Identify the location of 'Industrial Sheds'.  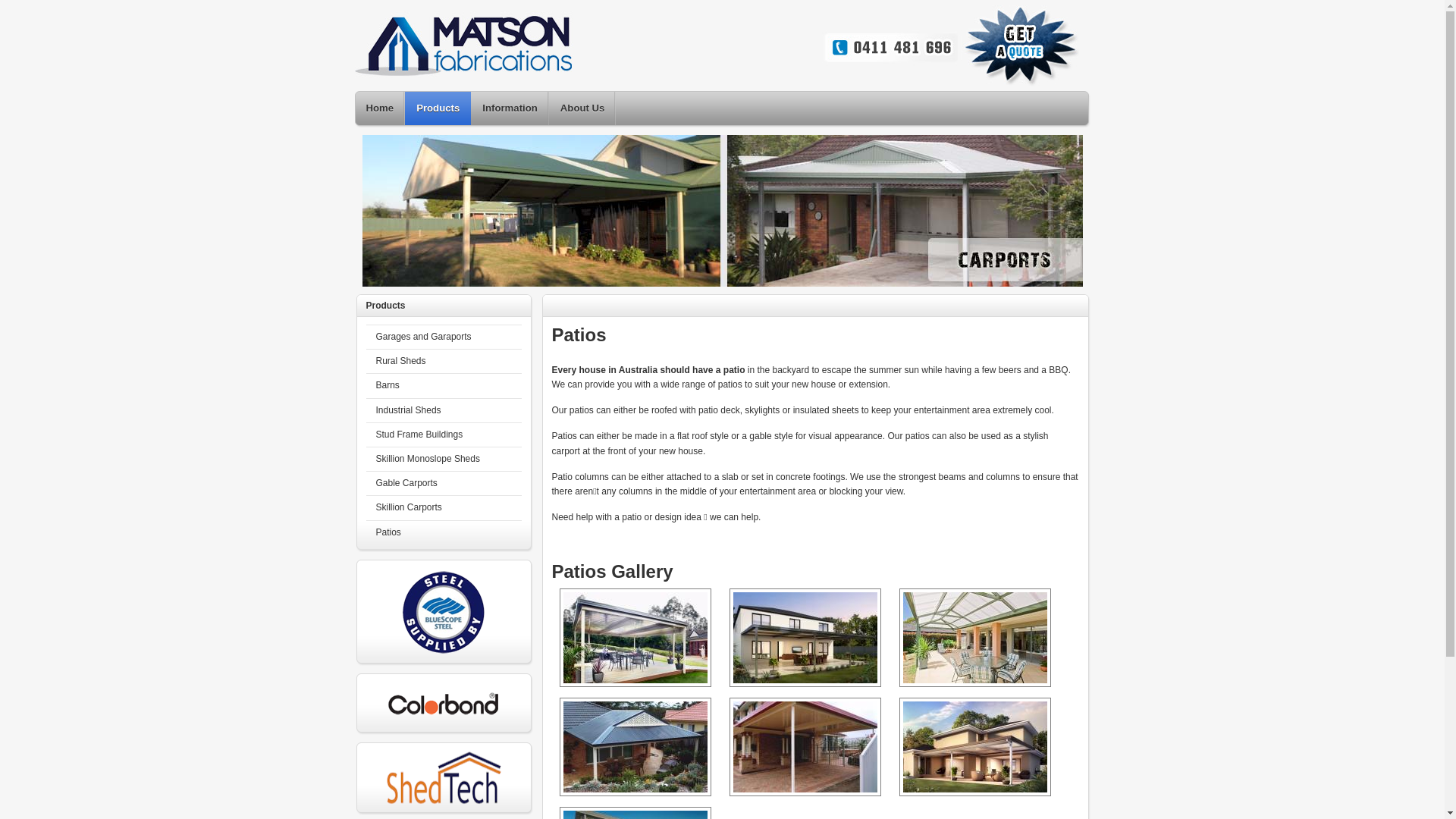
(442, 410).